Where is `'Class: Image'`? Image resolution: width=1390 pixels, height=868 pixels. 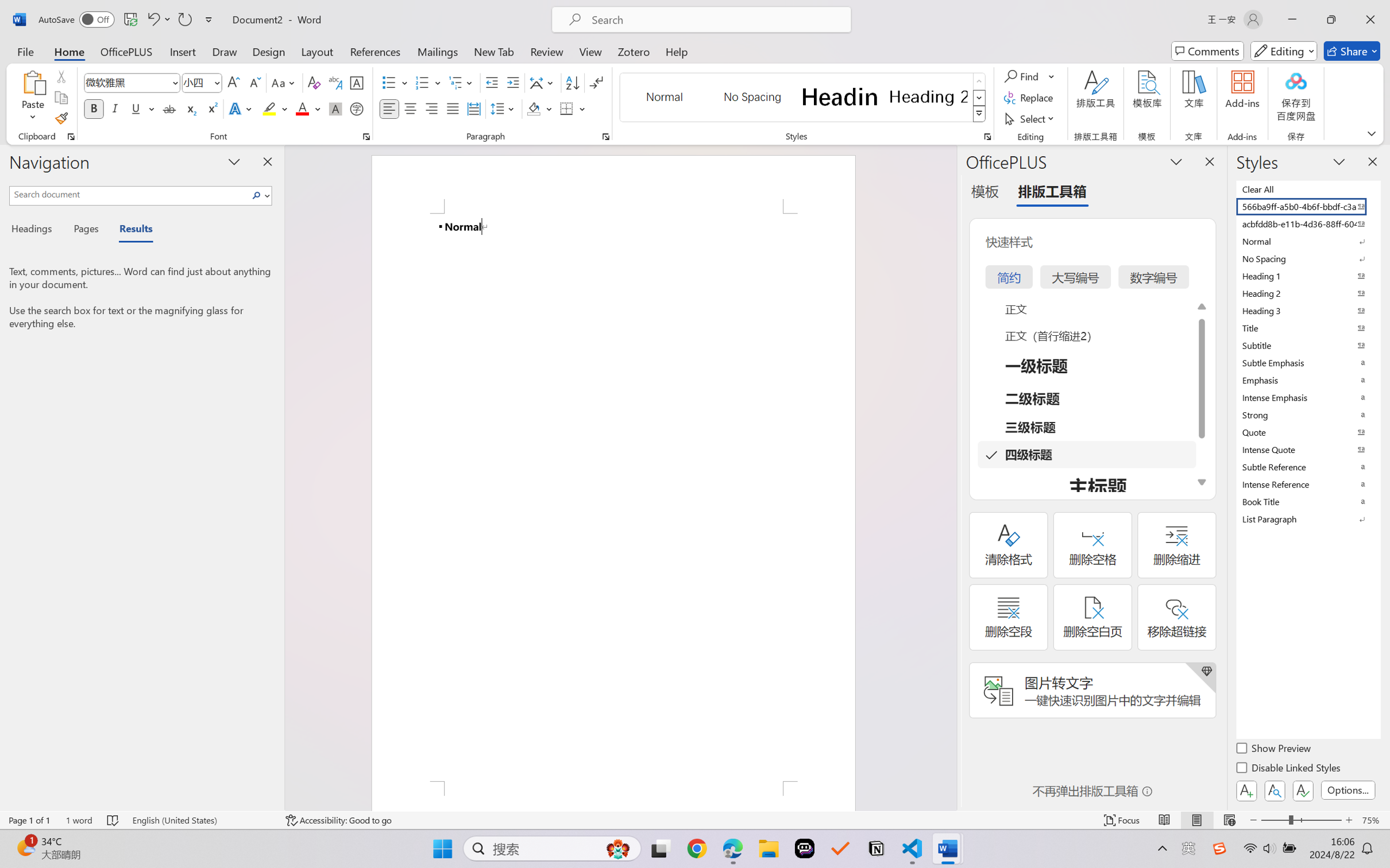
'Class: Image' is located at coordinates (1219, 848).